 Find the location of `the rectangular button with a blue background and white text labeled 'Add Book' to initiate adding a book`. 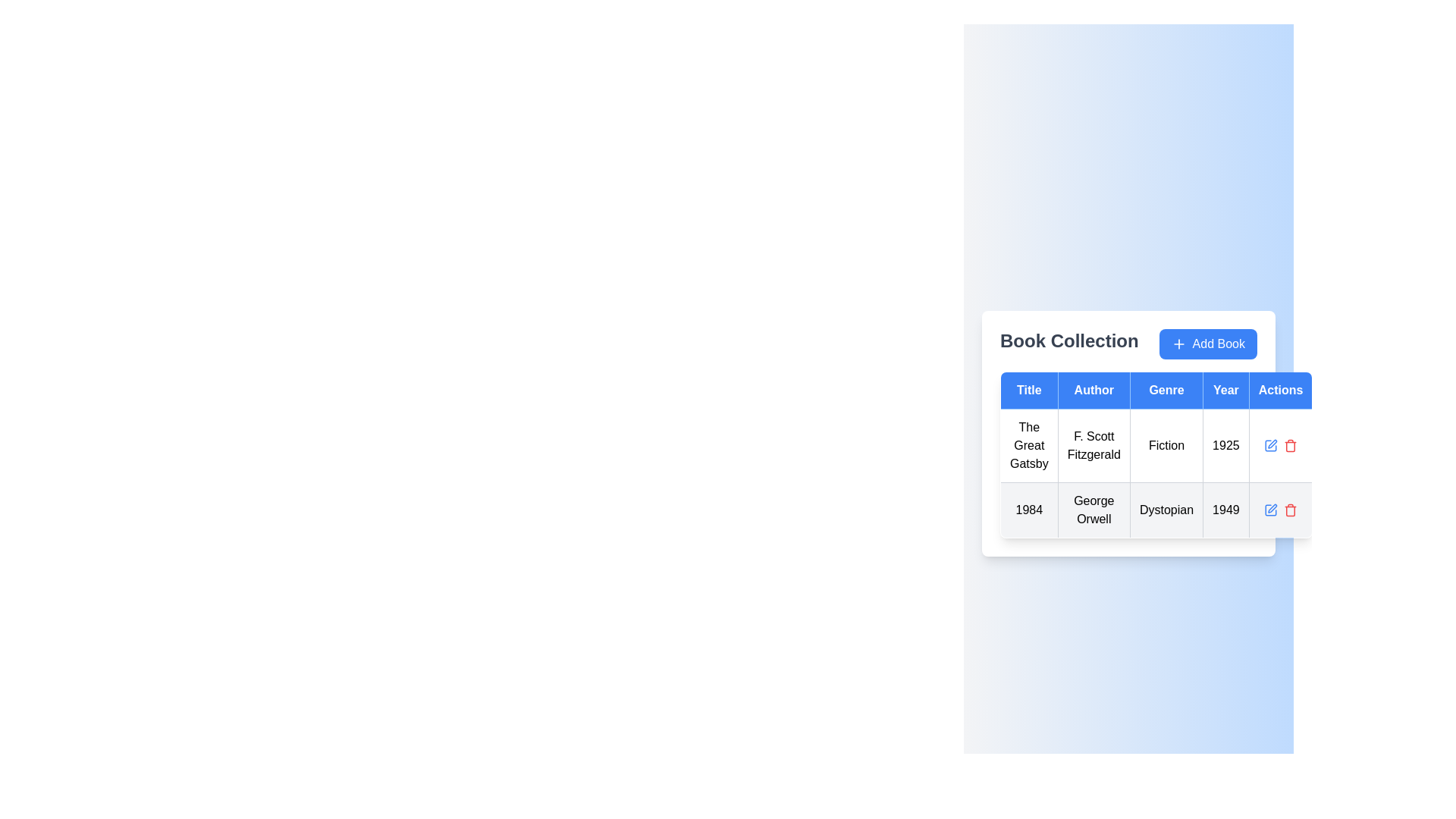

the rectangular button with a blue background and white text labeled 'Add Book' to initiate adding a book is located at coordinates (1207, 344).